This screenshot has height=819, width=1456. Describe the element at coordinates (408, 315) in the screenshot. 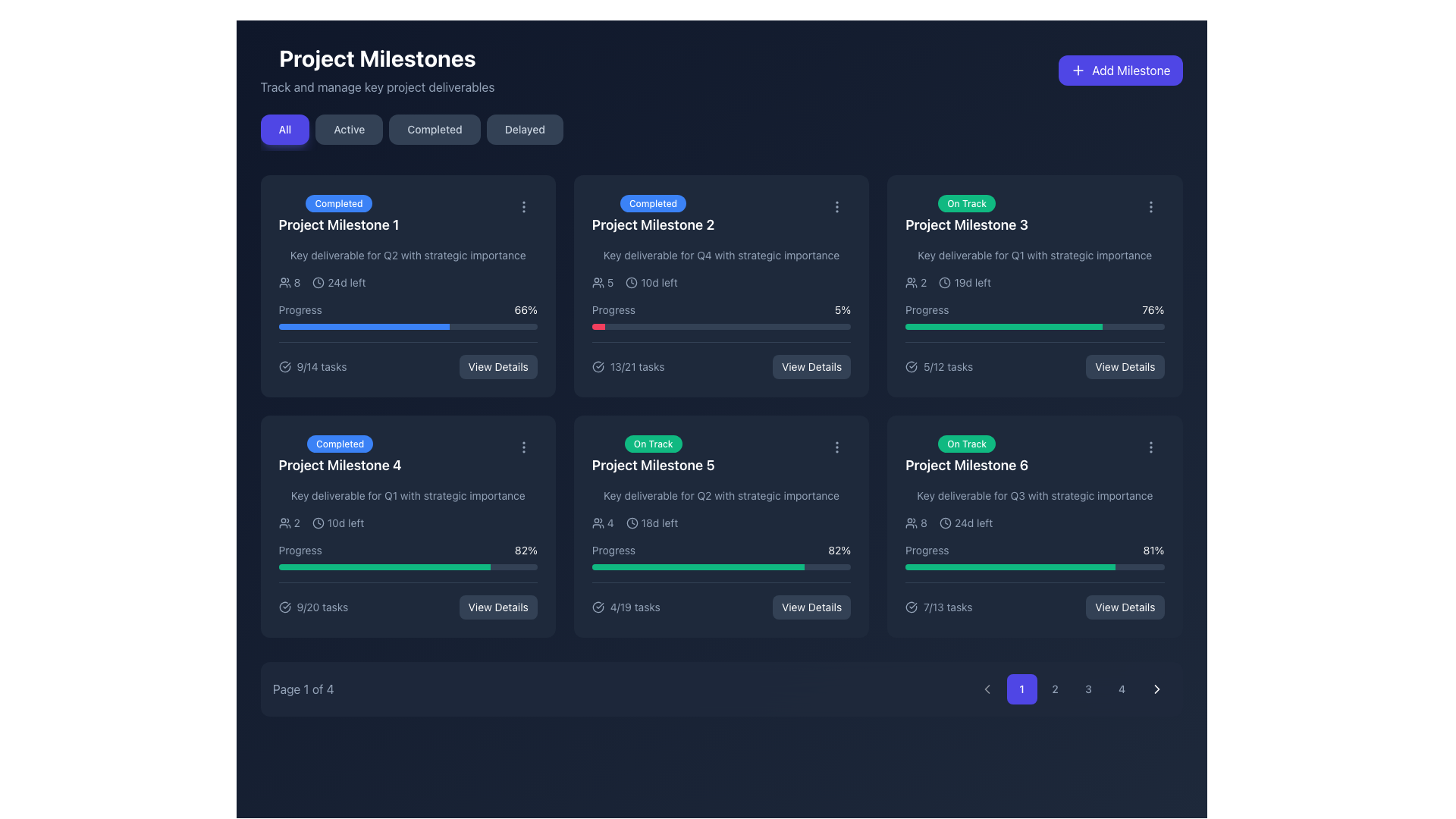

I see `the progress bar displaying 'Progress' on the left and '66%' on the right, located within the 'Project Milestone 1' card` at that location.